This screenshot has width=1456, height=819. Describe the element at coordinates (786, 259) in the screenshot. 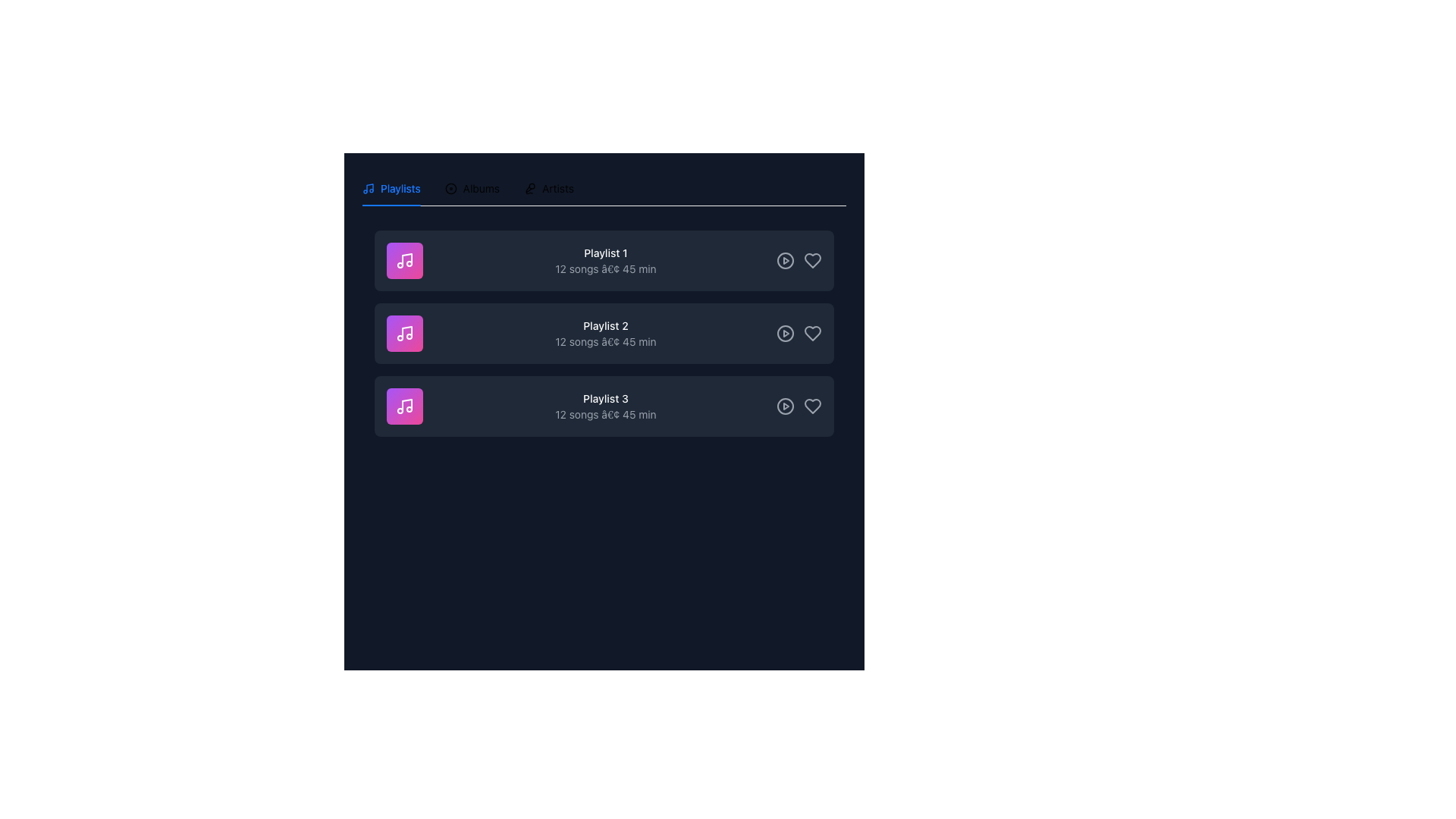

I see `the circular play button with a thin outline, located within a dark interface, to play the playlist` at that location.